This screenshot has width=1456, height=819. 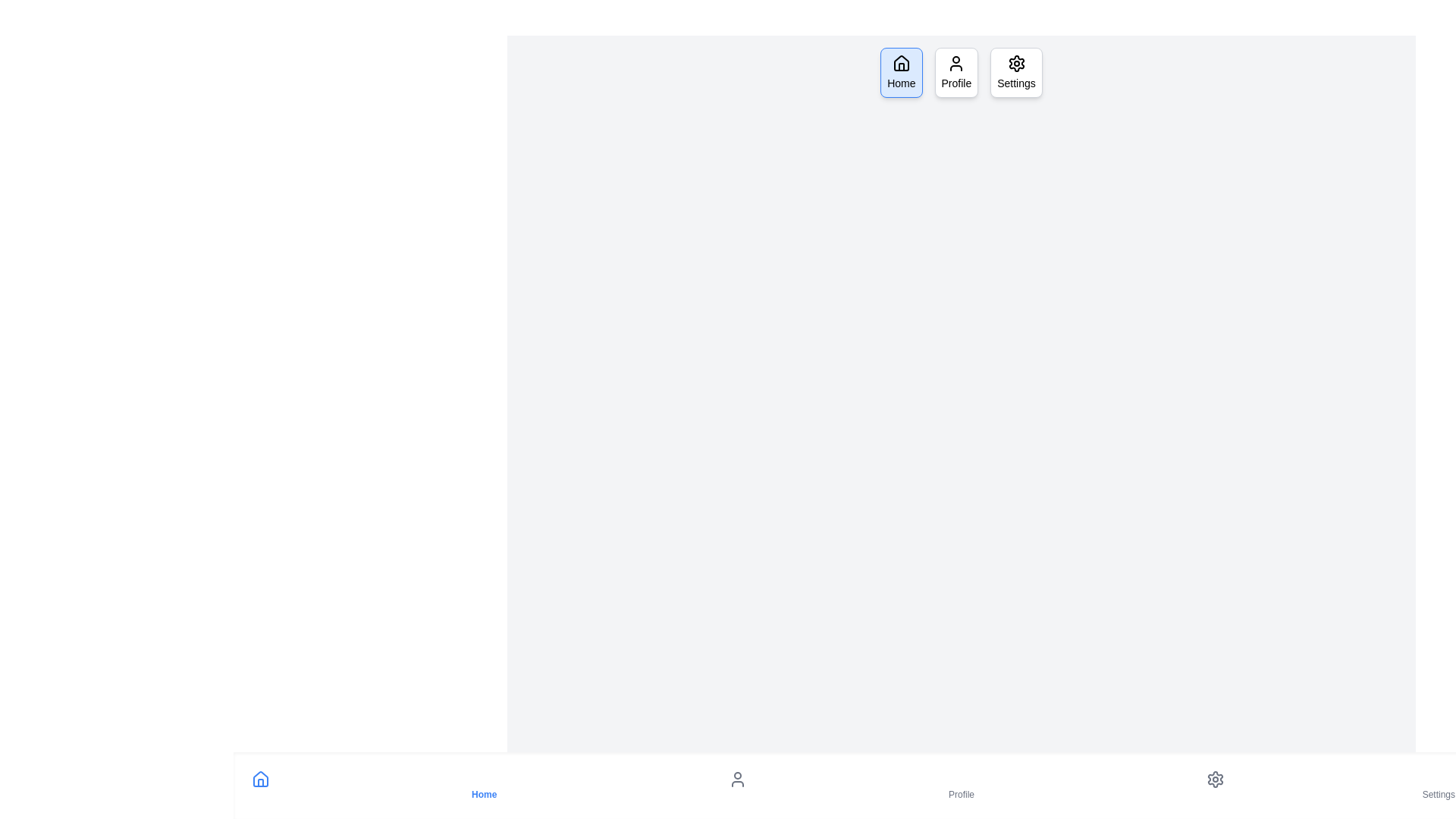 I want to click on the 'Home' button in the bottom navigation bar, which is styled with bold blue text and a house icon, so click(x=483, y=785).